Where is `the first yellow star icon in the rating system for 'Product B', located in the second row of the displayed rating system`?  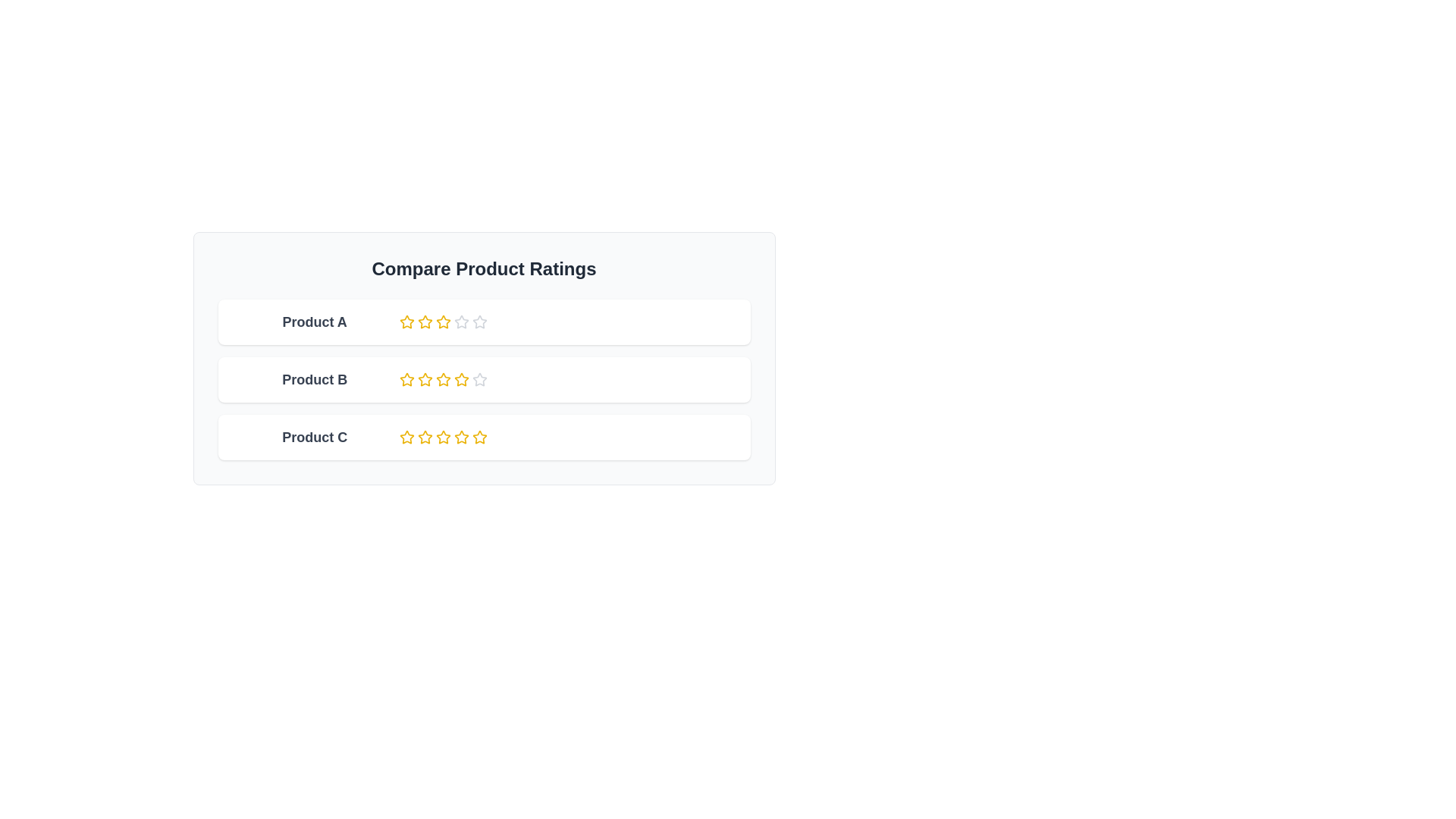
the first yellow star icon in the rating system for 'Product B', located in the second row of the displayed rating system is located at coordinates (406, 379).